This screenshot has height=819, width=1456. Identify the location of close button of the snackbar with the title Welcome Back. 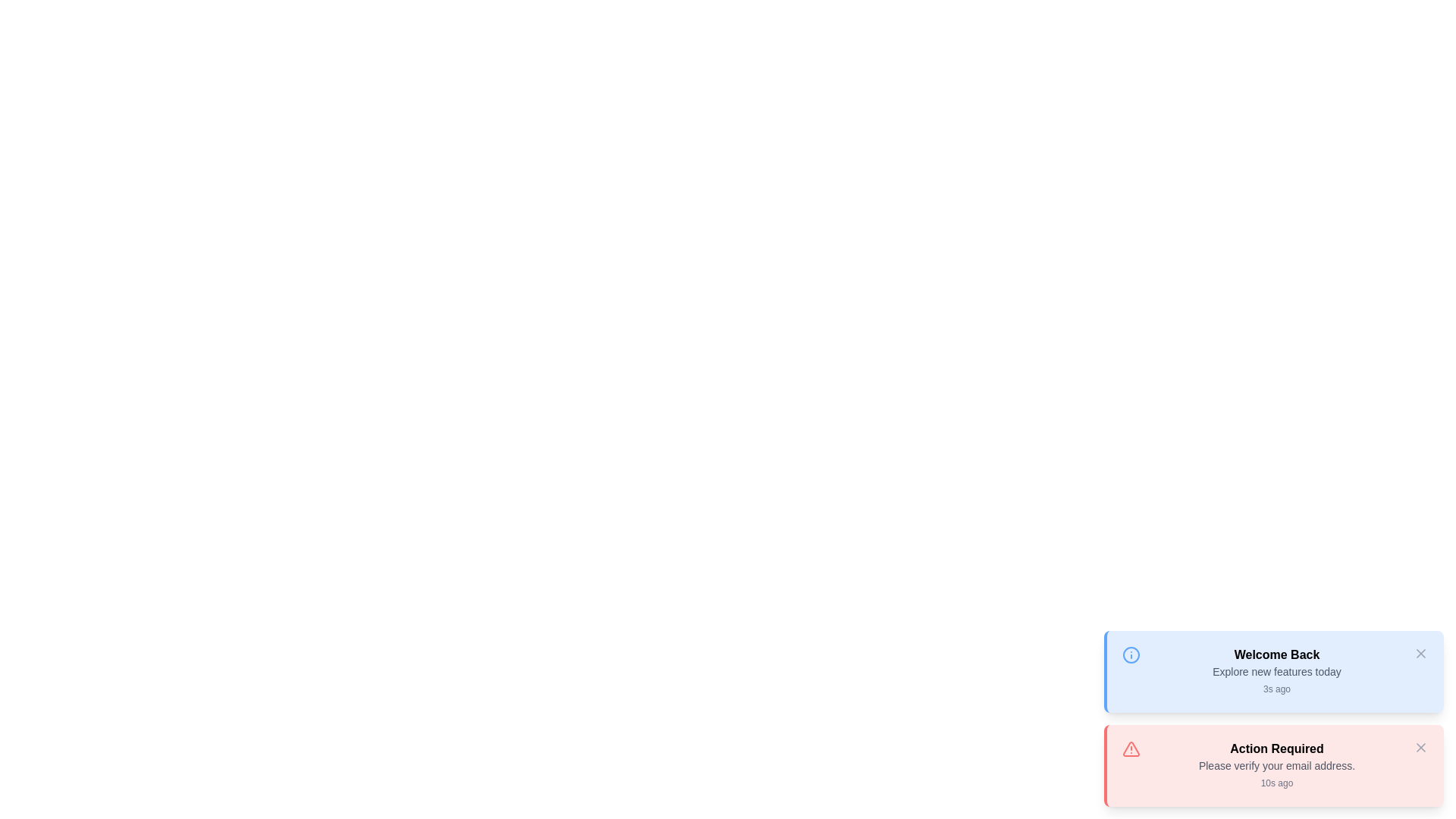
(1420, 652).